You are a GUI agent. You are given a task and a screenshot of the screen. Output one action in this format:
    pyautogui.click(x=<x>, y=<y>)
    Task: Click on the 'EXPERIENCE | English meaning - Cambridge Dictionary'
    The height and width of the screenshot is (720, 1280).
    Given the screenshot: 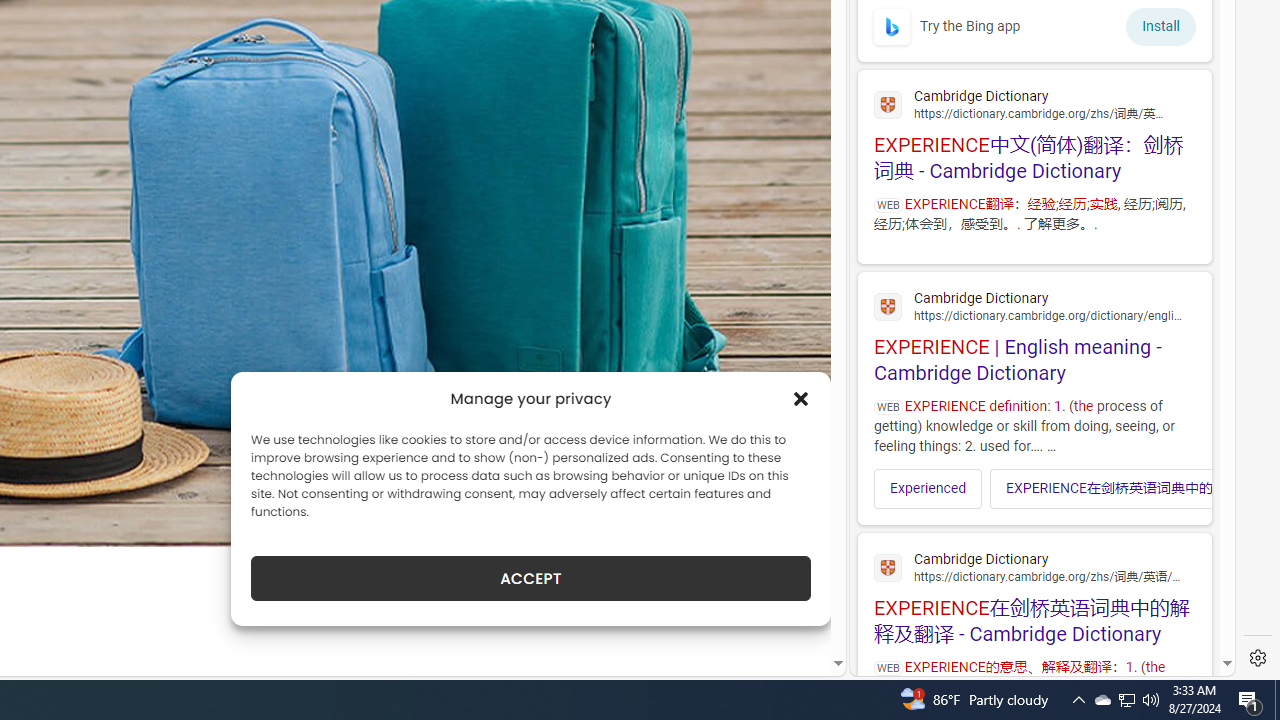 What is the action you would take?
    pyautogui.click(x=1034, y=333)
    